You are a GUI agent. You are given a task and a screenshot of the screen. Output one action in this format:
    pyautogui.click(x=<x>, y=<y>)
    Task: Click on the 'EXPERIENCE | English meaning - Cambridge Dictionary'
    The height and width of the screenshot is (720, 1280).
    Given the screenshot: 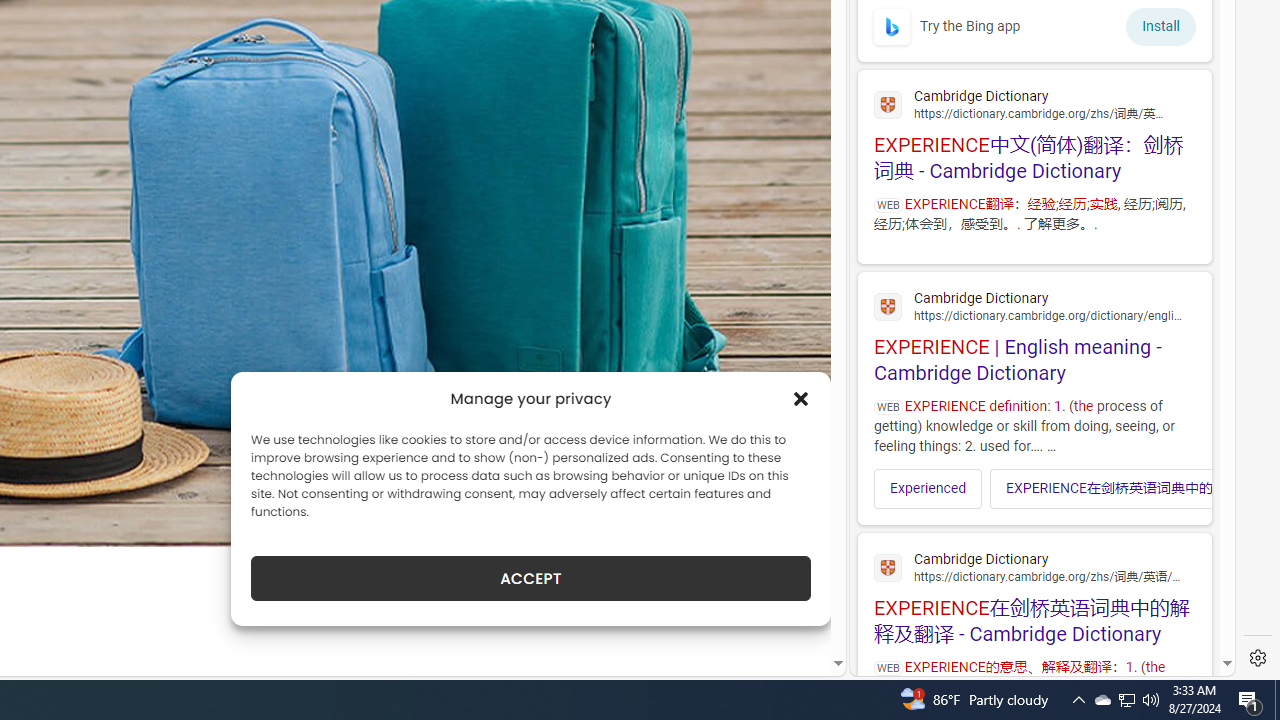 What is the action you would take?
    pyautogui.click(x=1034, y=333)
    